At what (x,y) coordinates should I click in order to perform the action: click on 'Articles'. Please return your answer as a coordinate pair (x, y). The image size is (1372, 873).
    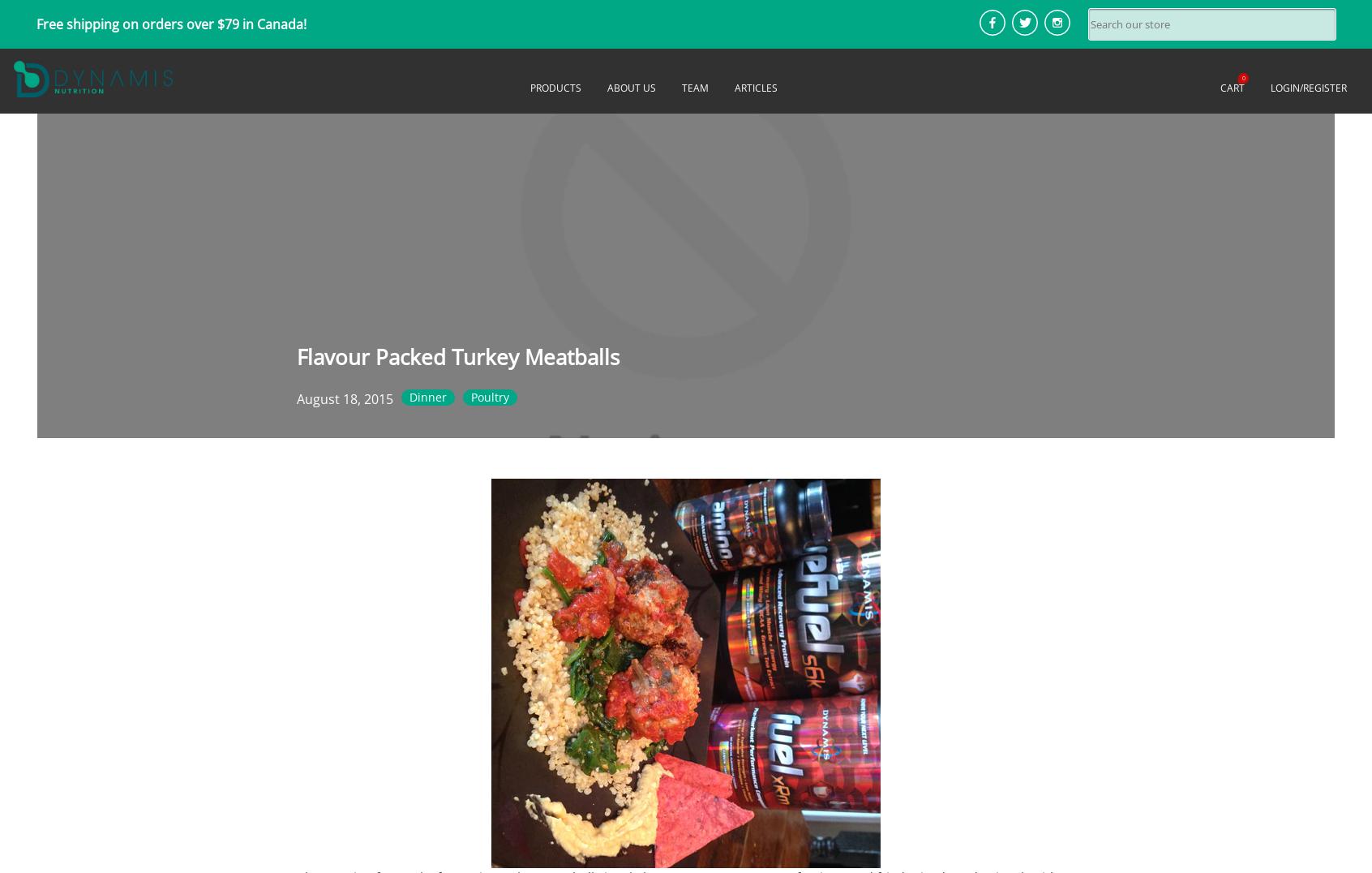
    Looking at the image, I should click on (756, 87).